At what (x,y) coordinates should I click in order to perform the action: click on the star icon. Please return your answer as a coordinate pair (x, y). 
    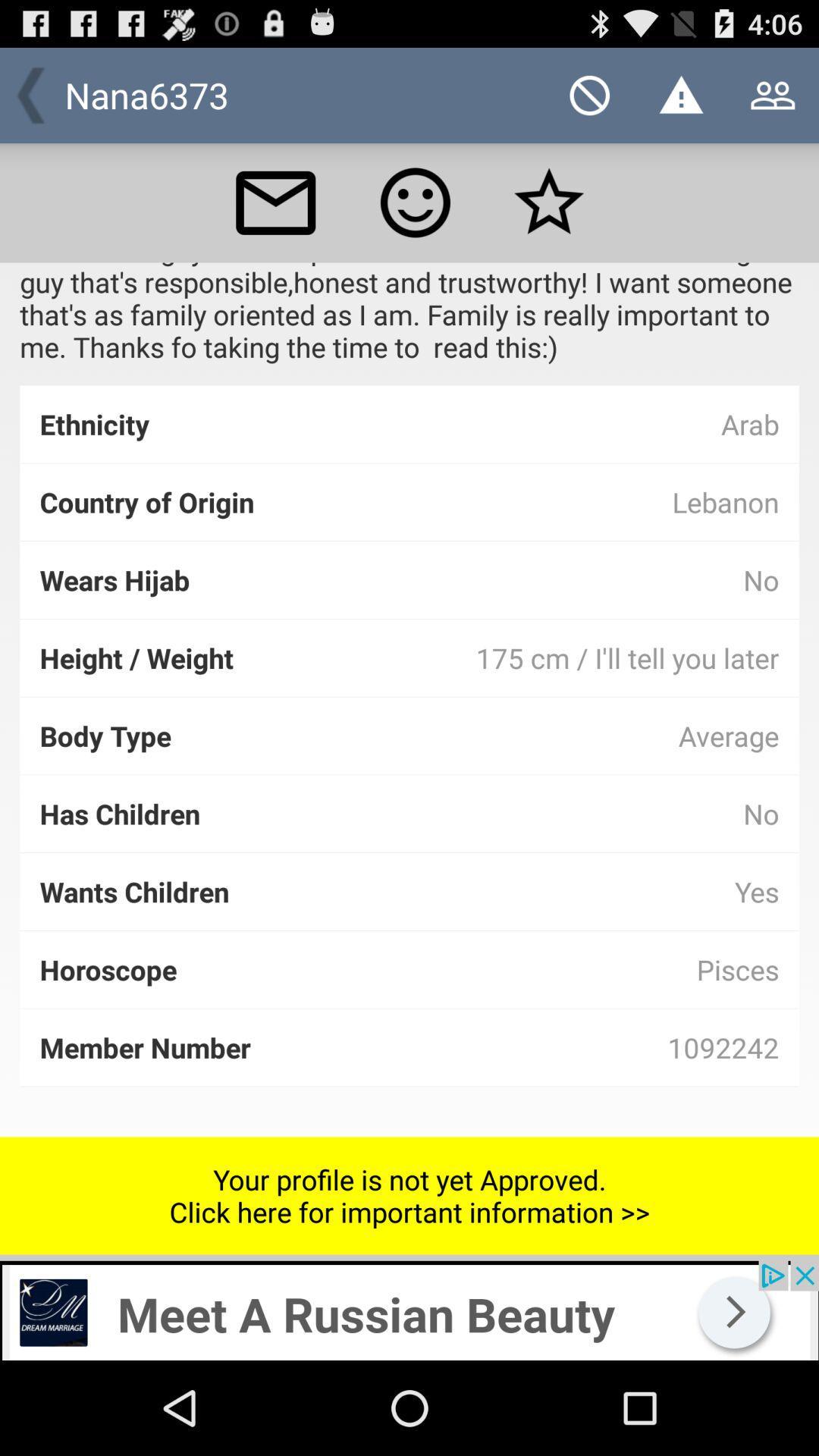
    Looking at the image, I should click on (549, 216).